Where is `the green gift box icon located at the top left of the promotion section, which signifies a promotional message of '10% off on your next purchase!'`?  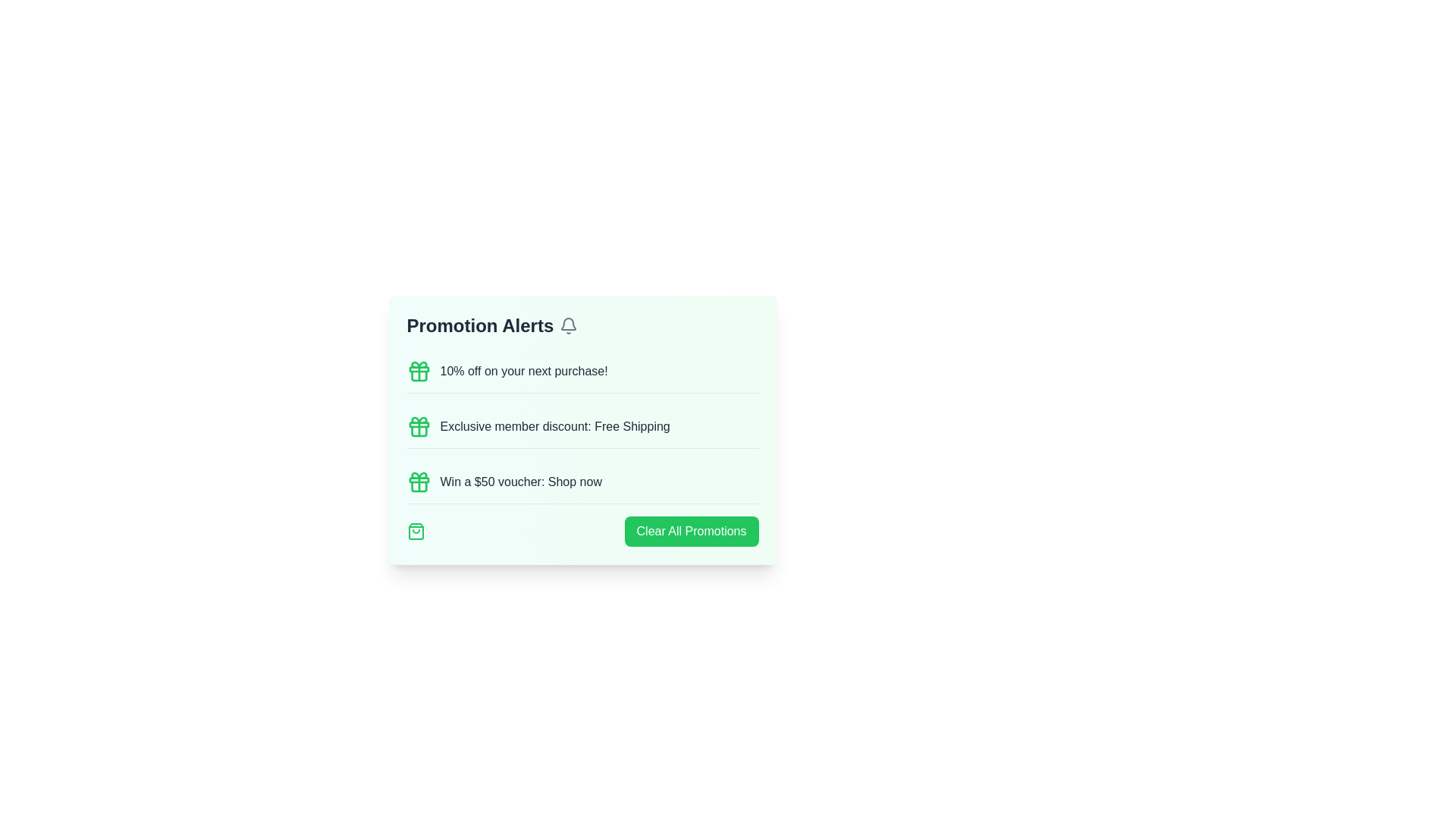
the green gift box icon located at the top left of the promotion section, which signifies a promotional message of '10% off on your next purchase!' is located at coordinates (419, 371).